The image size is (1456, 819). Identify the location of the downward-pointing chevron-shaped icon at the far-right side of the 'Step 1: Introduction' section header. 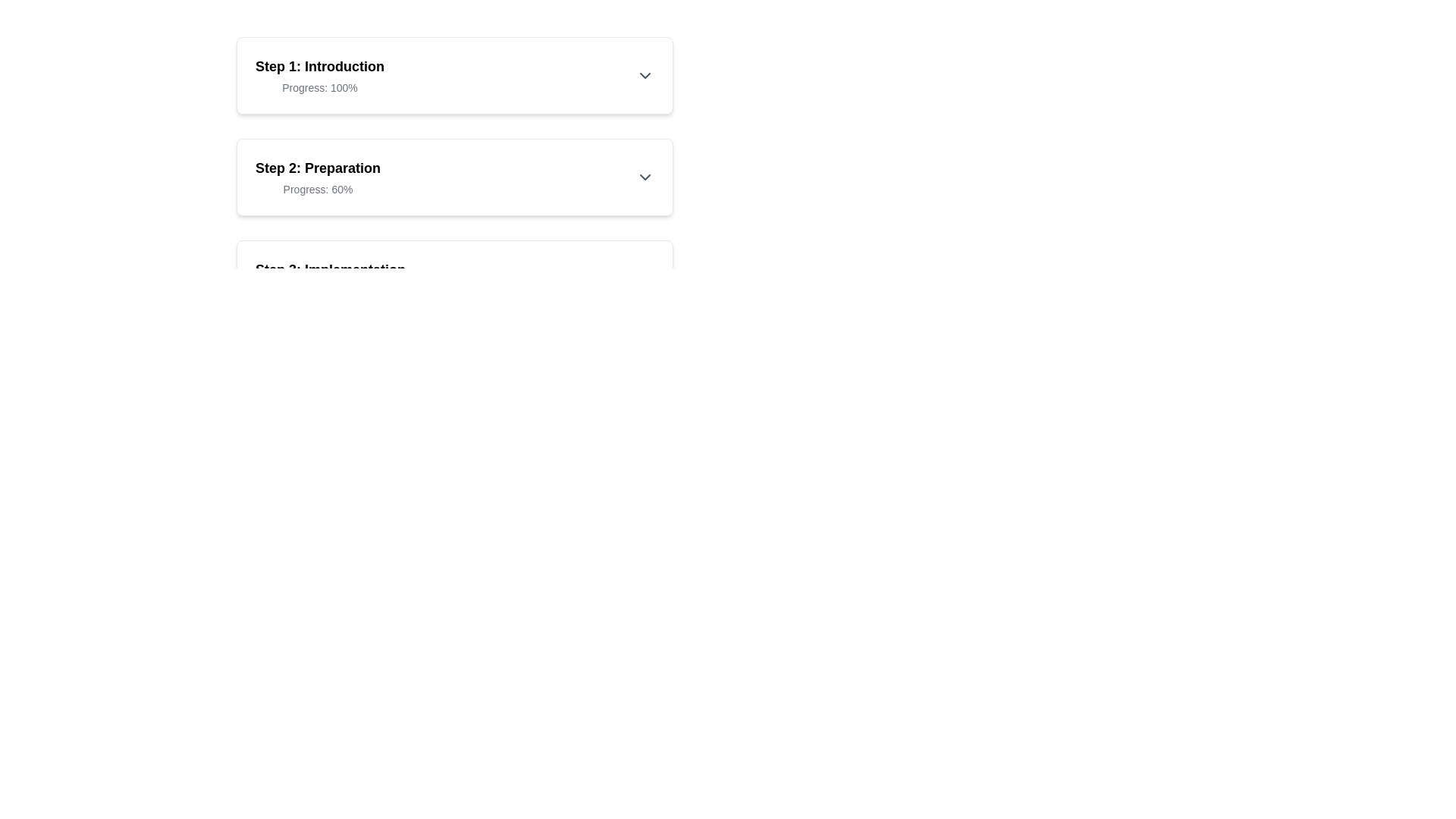
(645, 76).